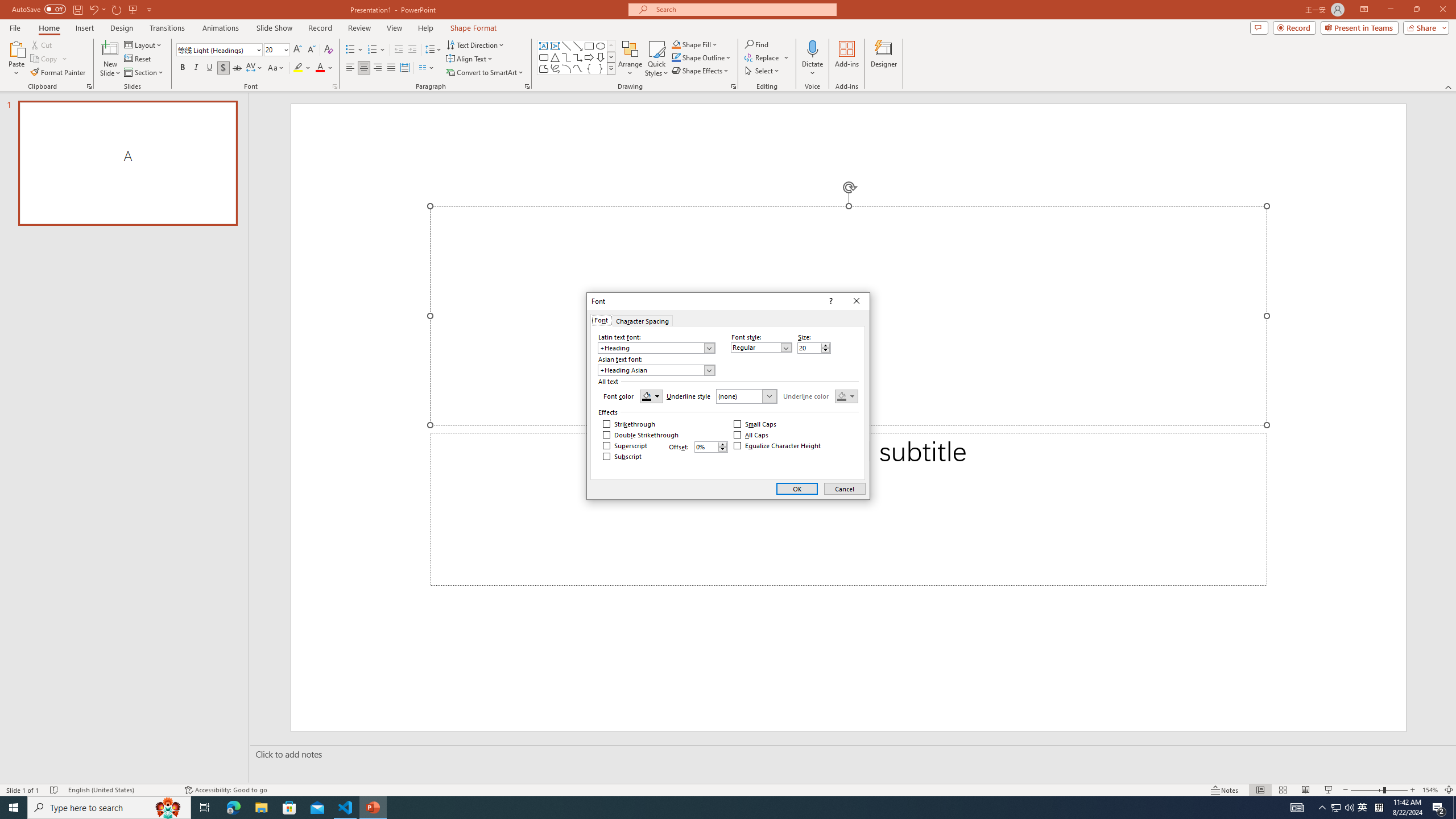  Describe the element at coordinates (812, 48) in the screenshot. I see `'Dictate'` at that location.